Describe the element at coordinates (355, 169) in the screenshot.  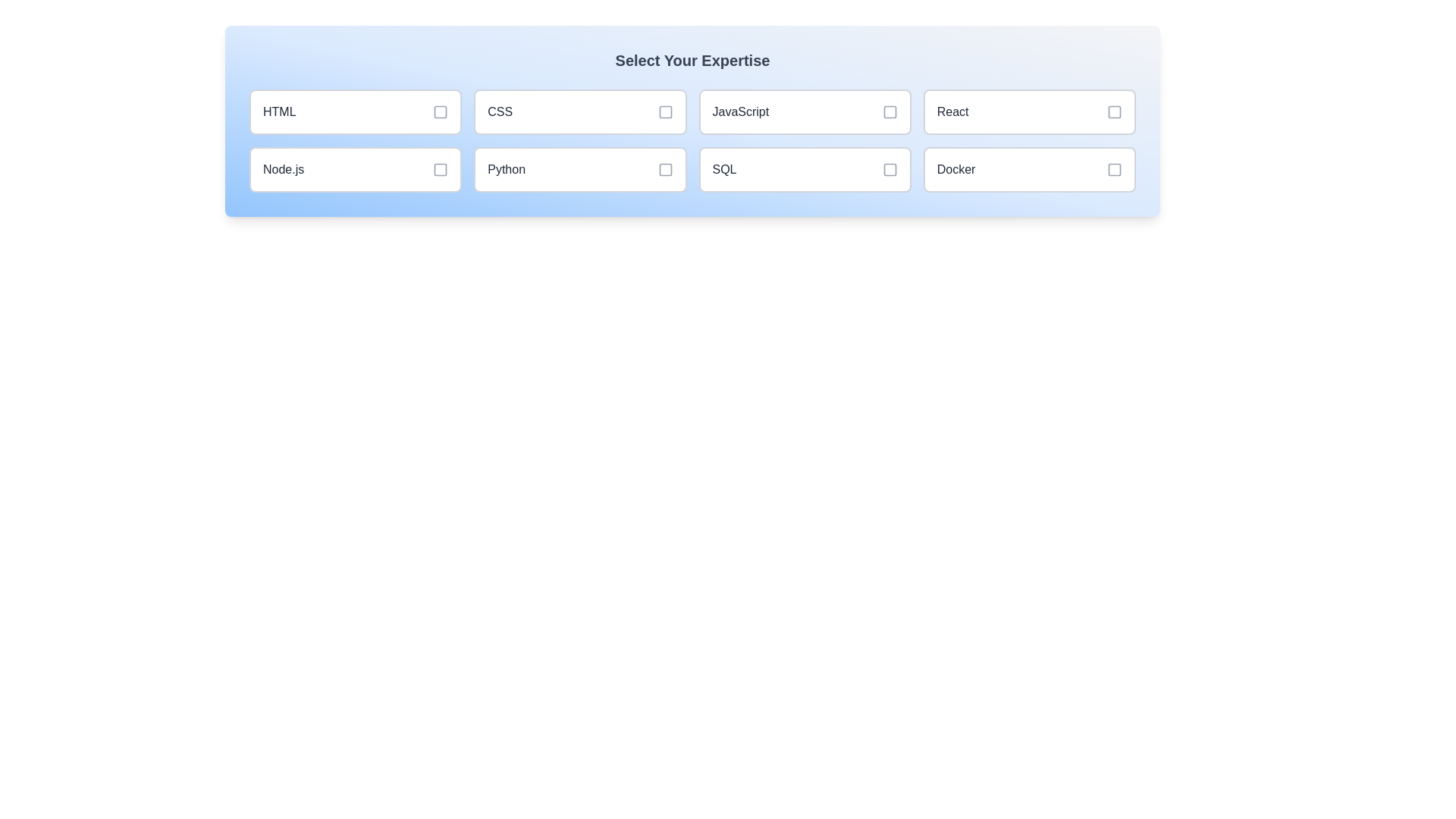
I see `the skill item labeled Node.js to toggle its selection state` at that location.